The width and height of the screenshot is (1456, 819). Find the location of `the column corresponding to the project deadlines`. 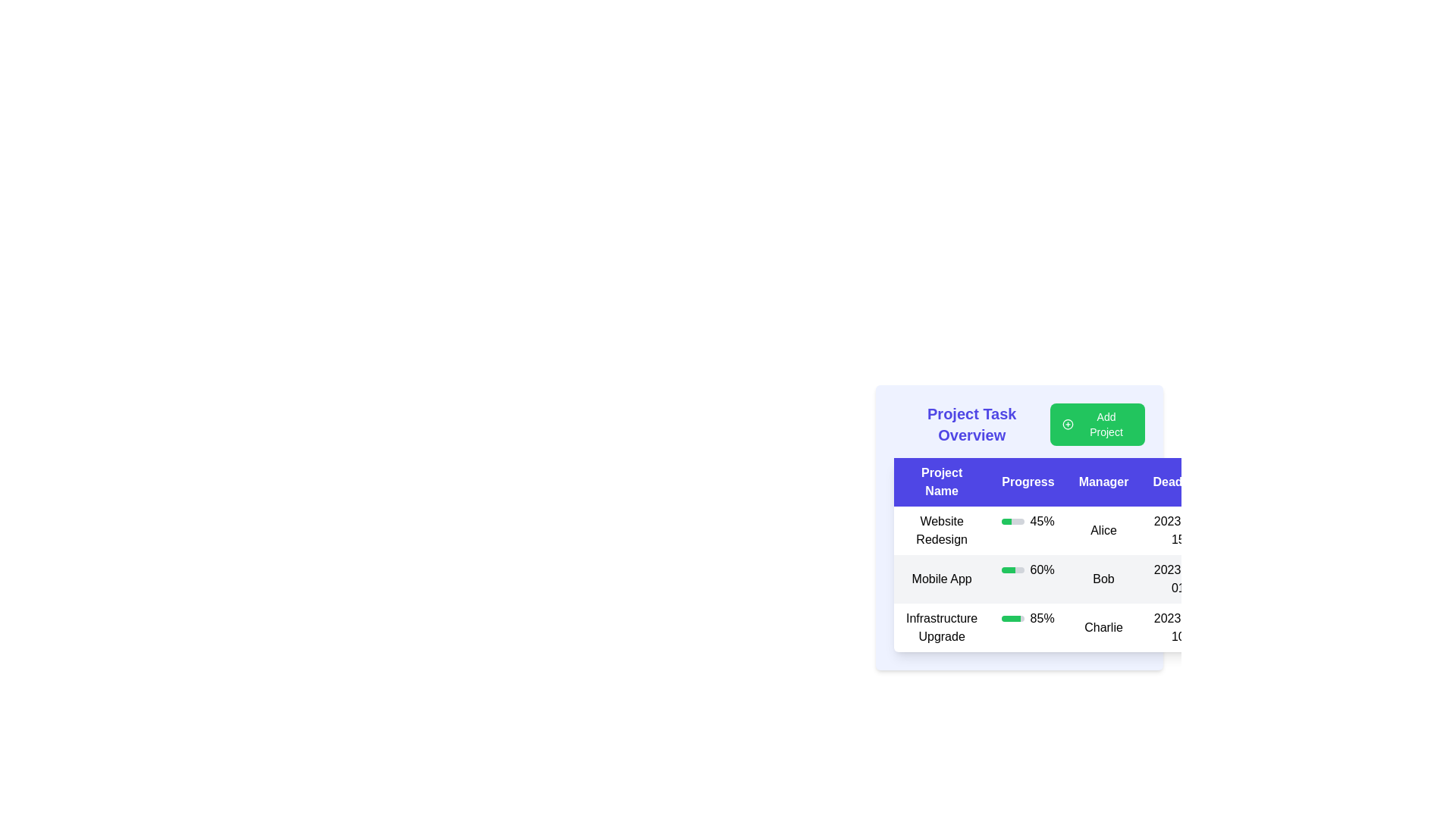

the column corresponding to the project deadlines is located at coordinates (1177, 482).